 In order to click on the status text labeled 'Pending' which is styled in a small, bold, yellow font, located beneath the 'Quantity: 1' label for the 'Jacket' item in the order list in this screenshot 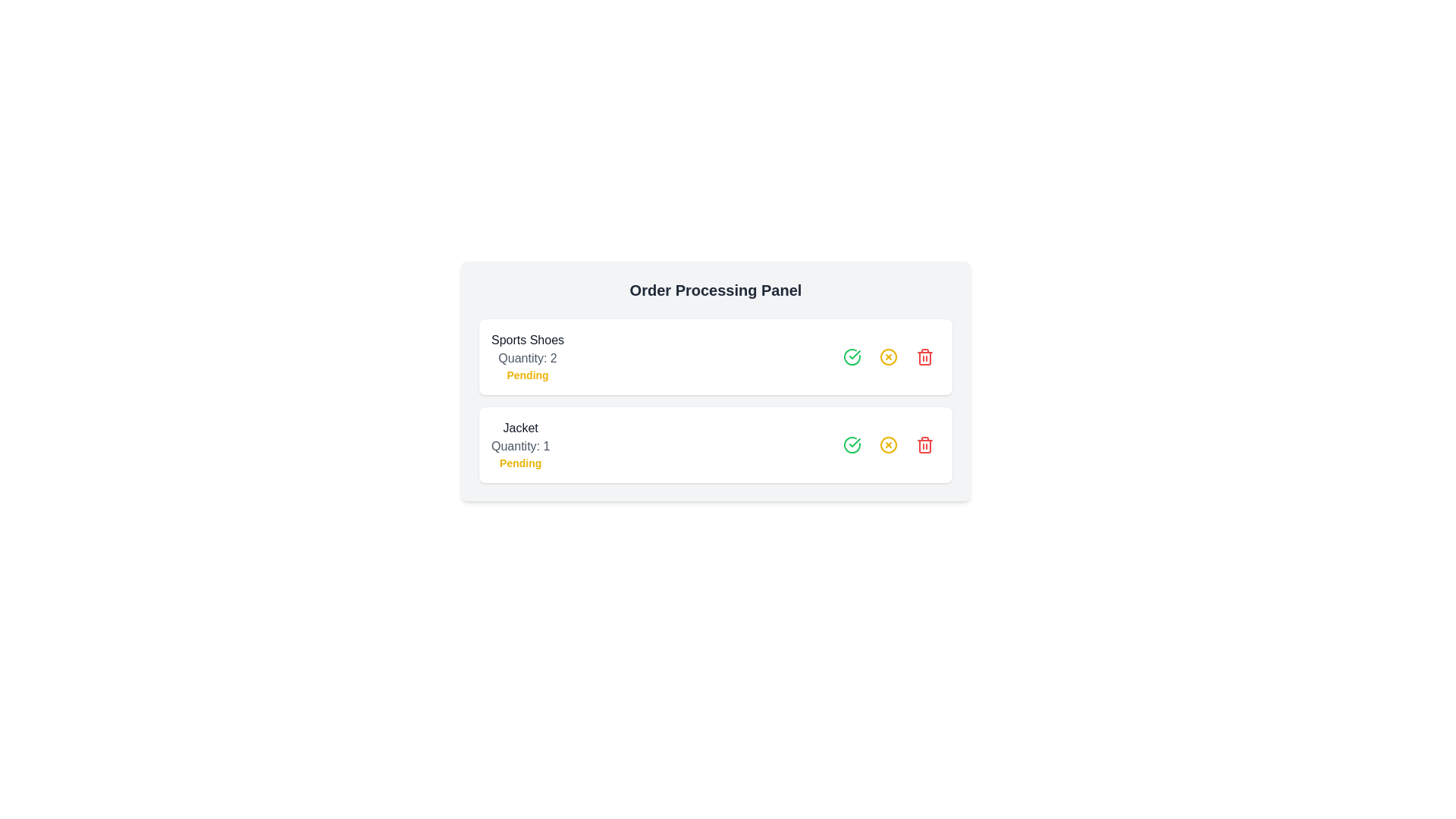, I will do `click(520, 462)`.